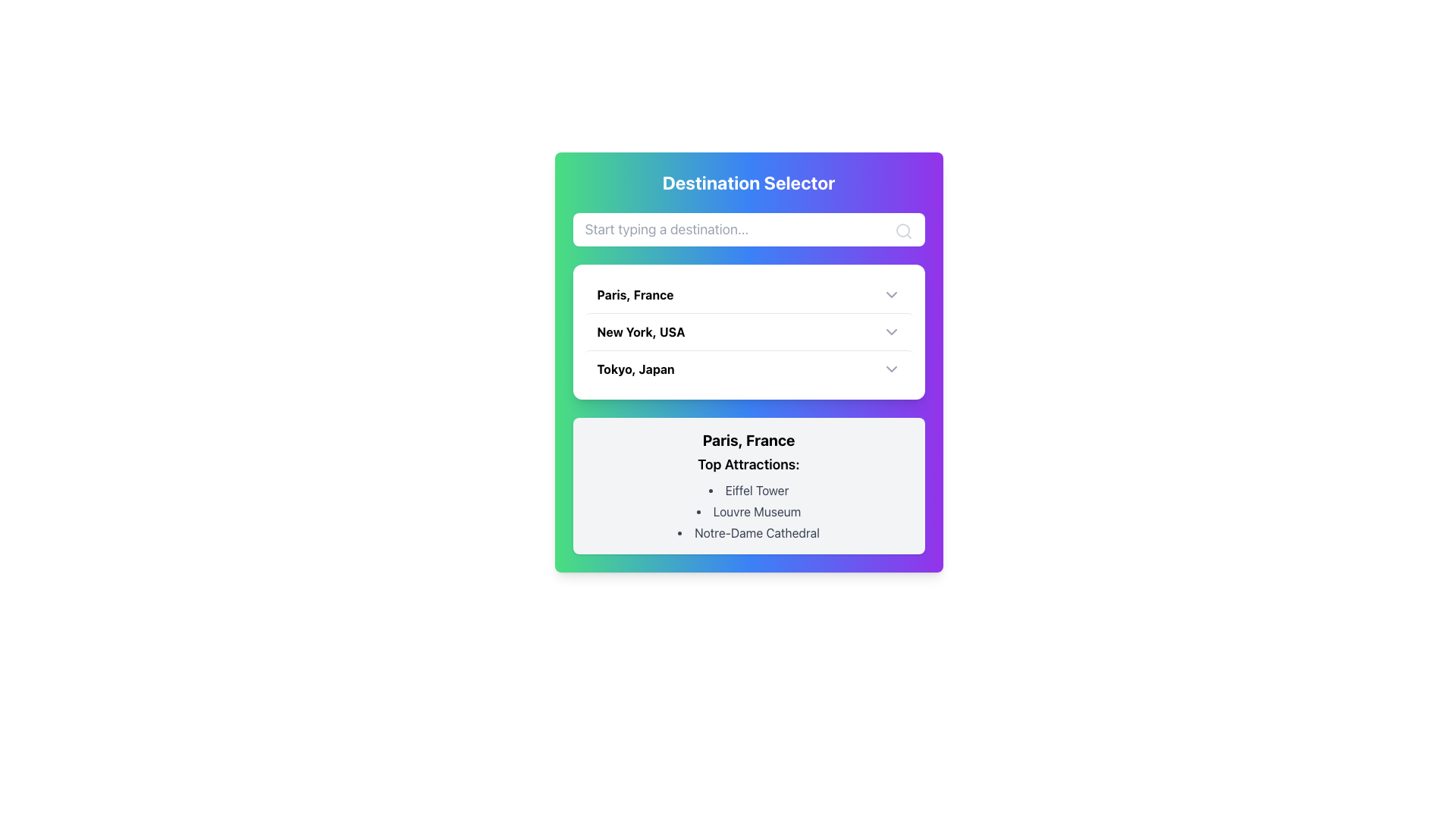 The width and height of the screenshot is (1456, 819). Describe the element at coordinates (902, 231) in the screenshot. I see `the SVG Circle element that is part of the search icon, located at the top-right corner of the purple gradient search interface` at that location.